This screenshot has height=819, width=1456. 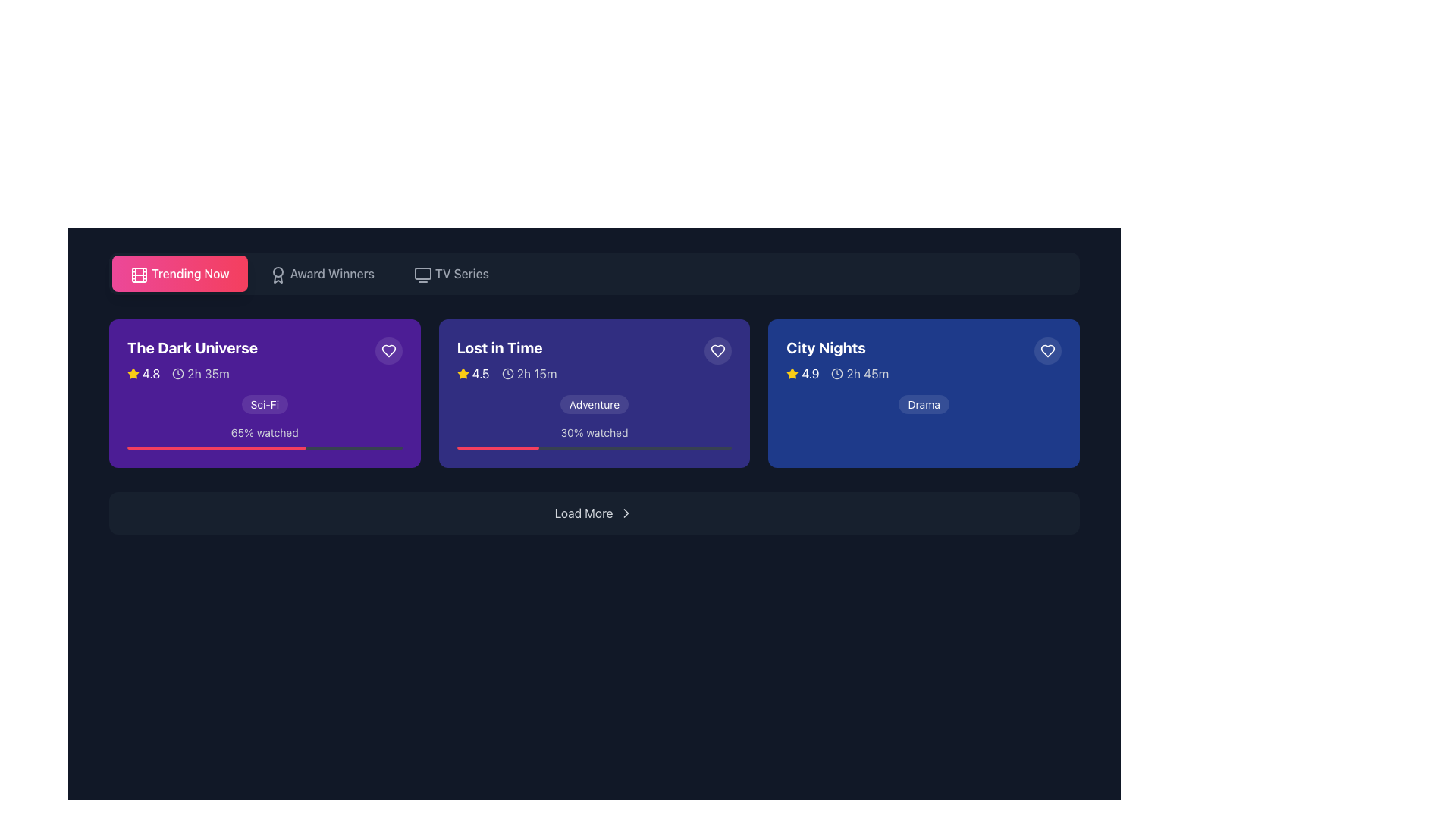 I want to click on the movie card titled 'The Dark Universe' with a purple background, featuring a star rating of 4.8, a duration of 2h 35m, and a genre label 'Sci-Fi' in the middle, so click(x=265, y=393).